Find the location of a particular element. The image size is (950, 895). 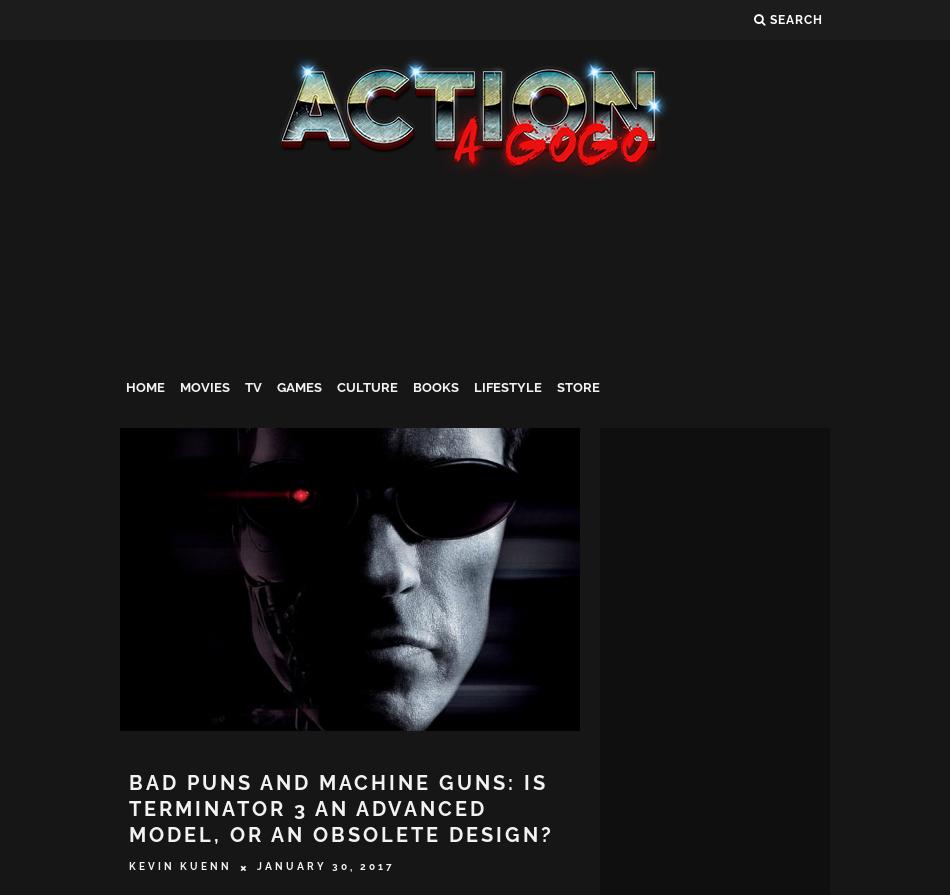

'Books' is located at coordinates (434, 387).